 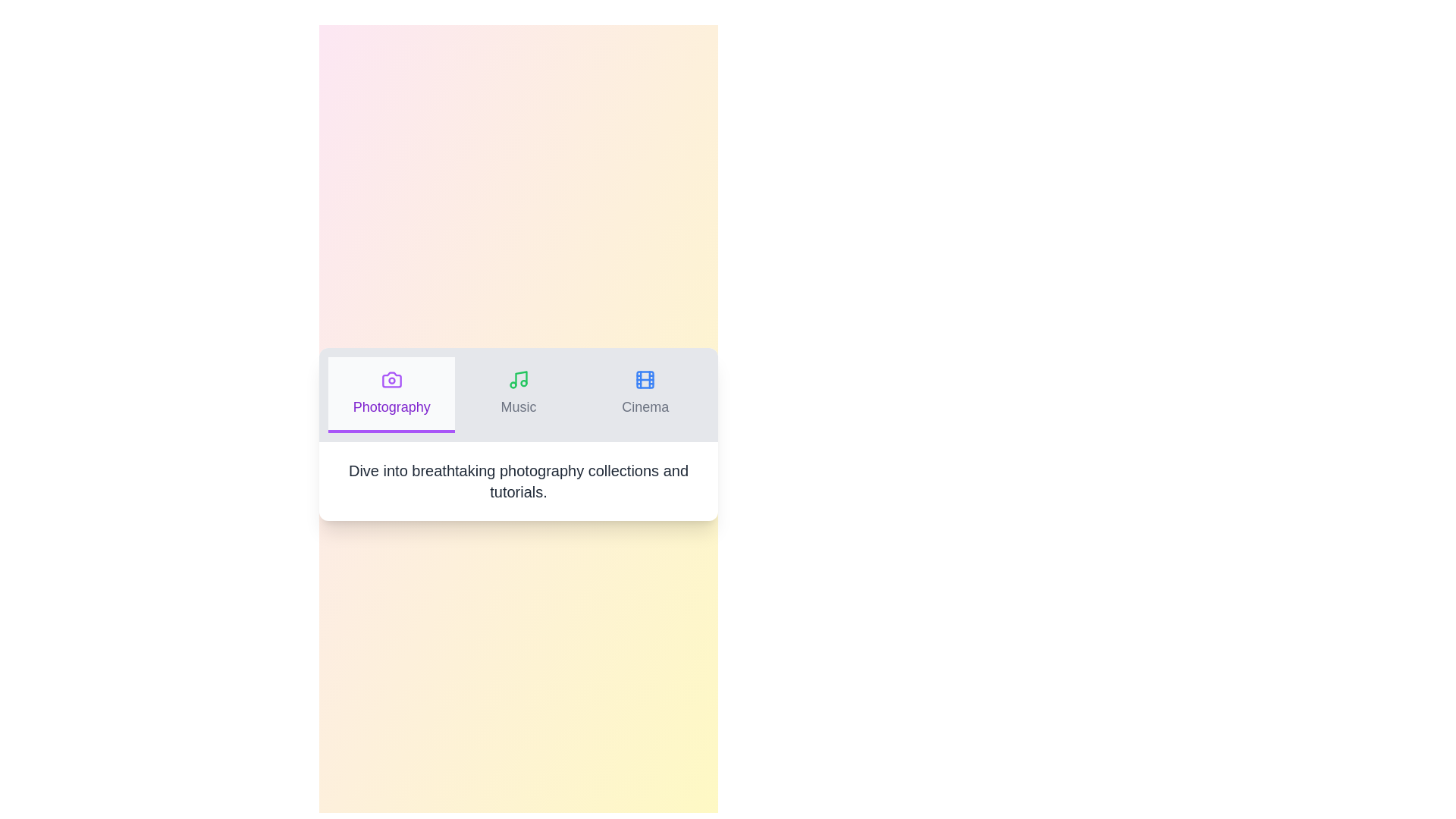 I want to click on the Cinema tab by clicking its button, so click(x=645, y=394).